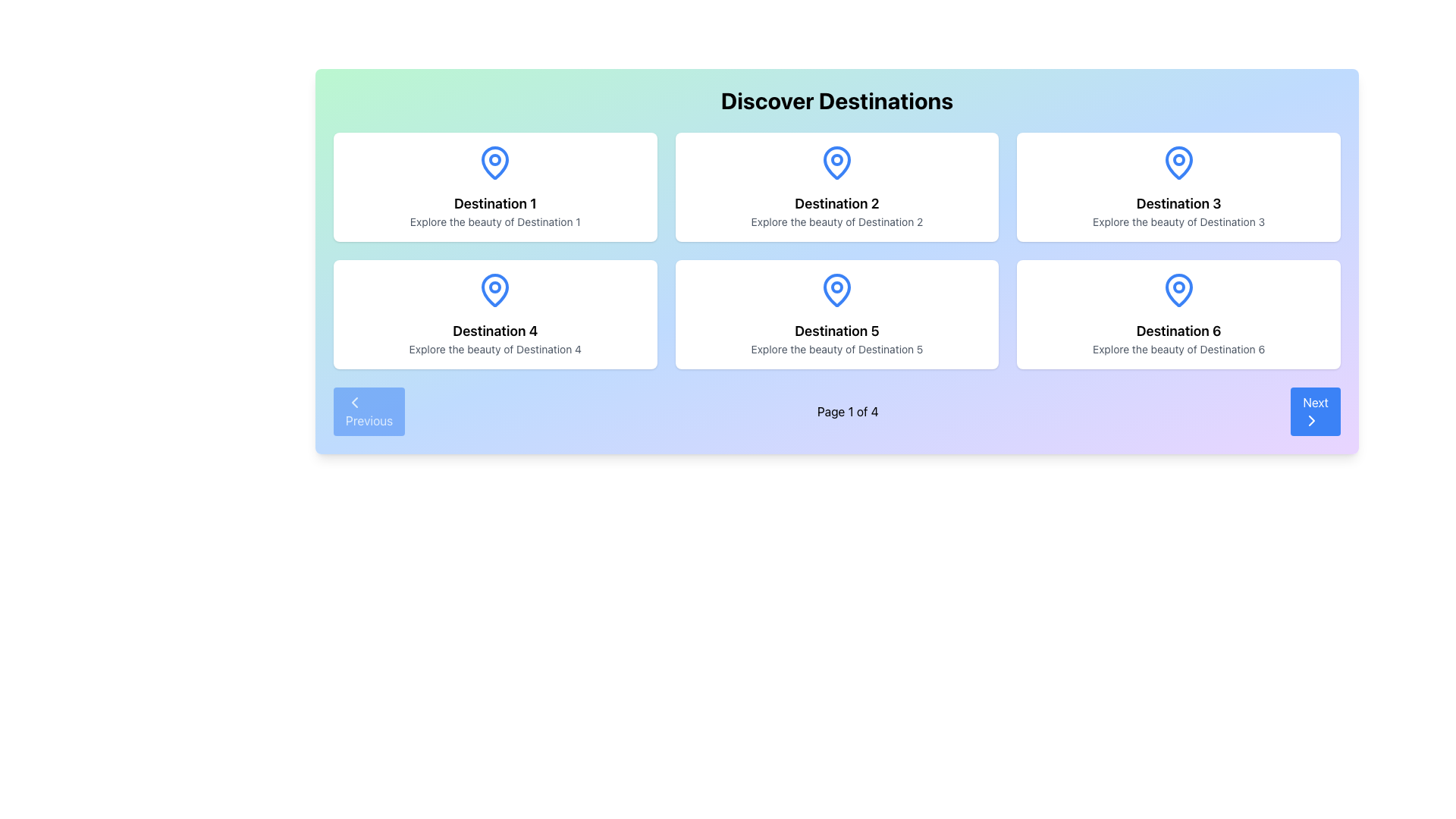 The width and height of the screenshot is (1456, 819). Describe the element at coordinates (1178, 203) in the screenshot. I see `text label titled 'Destination 3' which is styled in bold font and is located in the second card of the first row in a 2x3 grid` at that location.